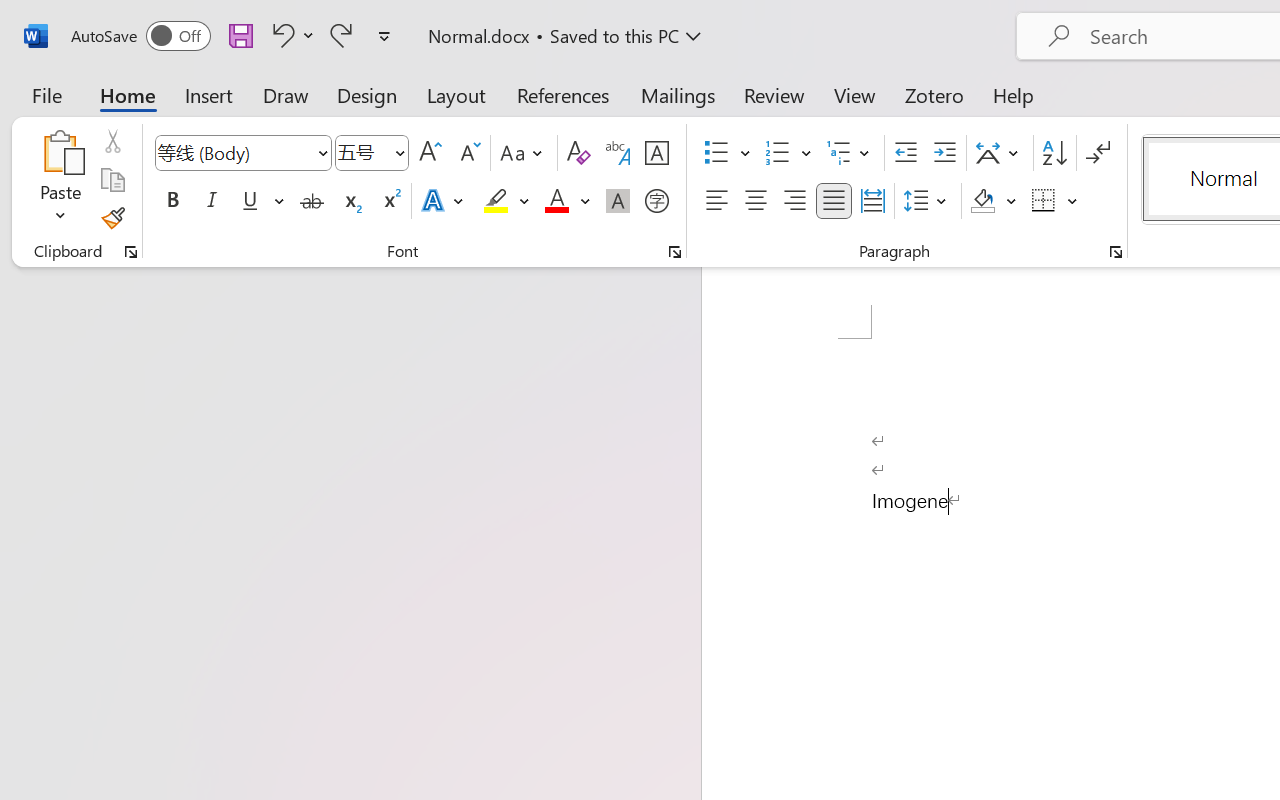 The width and height of the screenshot is (1280, 800). Describe the element at coordinates (943, 153) in the screenshot. I see `'Increase Indent'` at that location.